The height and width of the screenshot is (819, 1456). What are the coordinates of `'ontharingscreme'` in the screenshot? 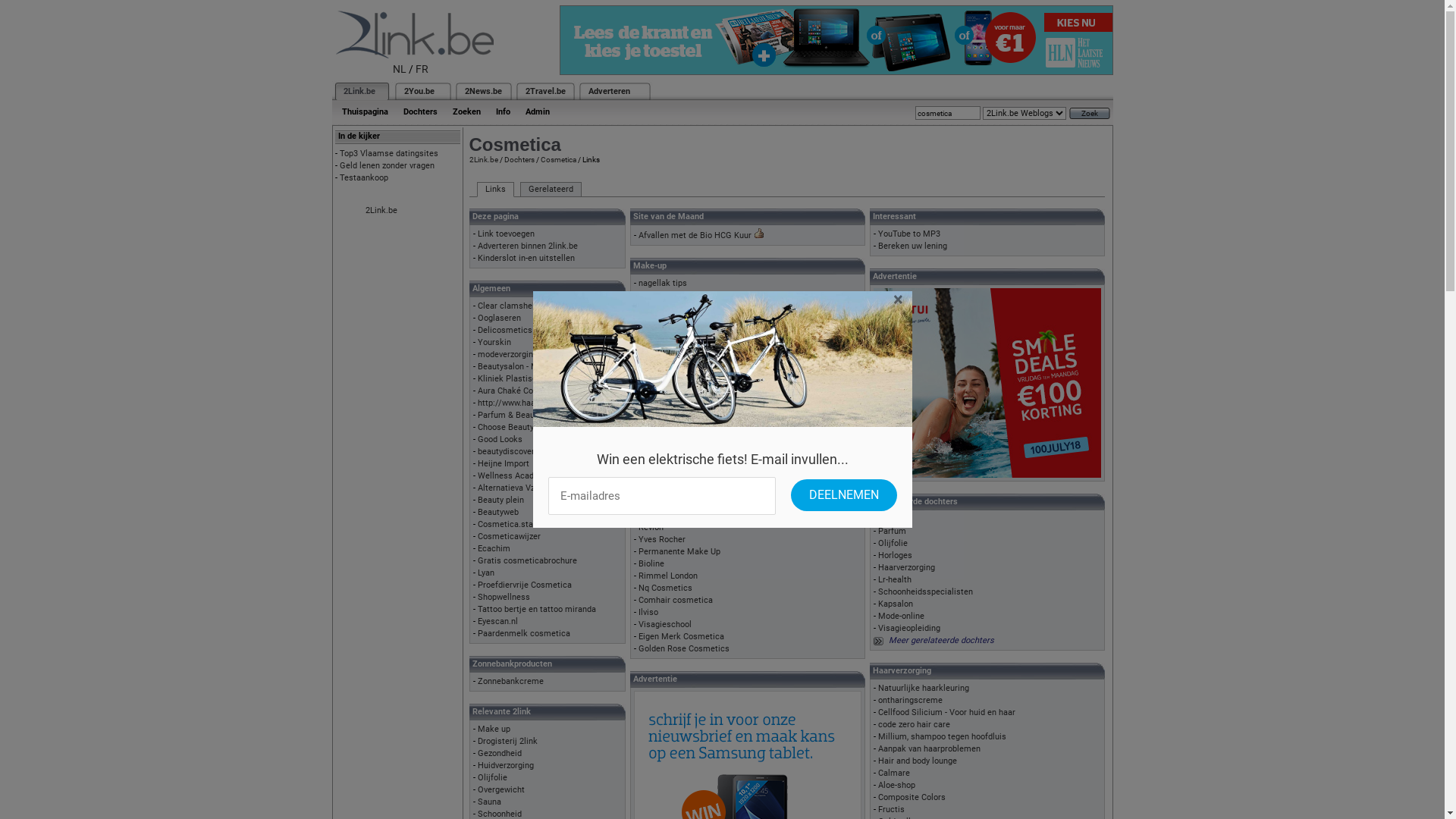 It's located at (910, 700).